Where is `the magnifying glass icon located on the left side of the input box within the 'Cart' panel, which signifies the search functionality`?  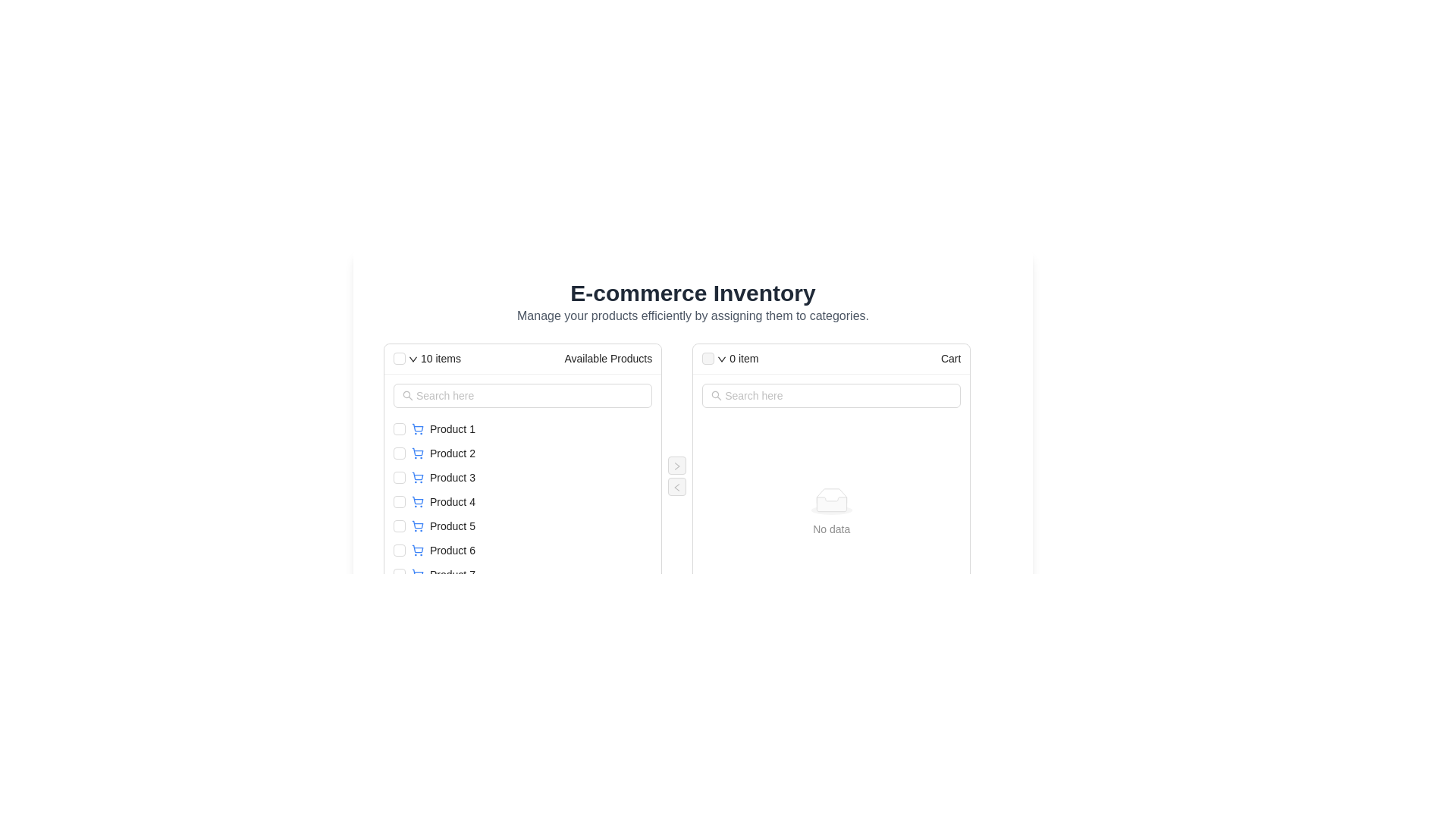
the magnifying glass icon located on the left side of the input box within the 'Cart' panel, which signifies the search functionality is located at coordinates (716, 394).